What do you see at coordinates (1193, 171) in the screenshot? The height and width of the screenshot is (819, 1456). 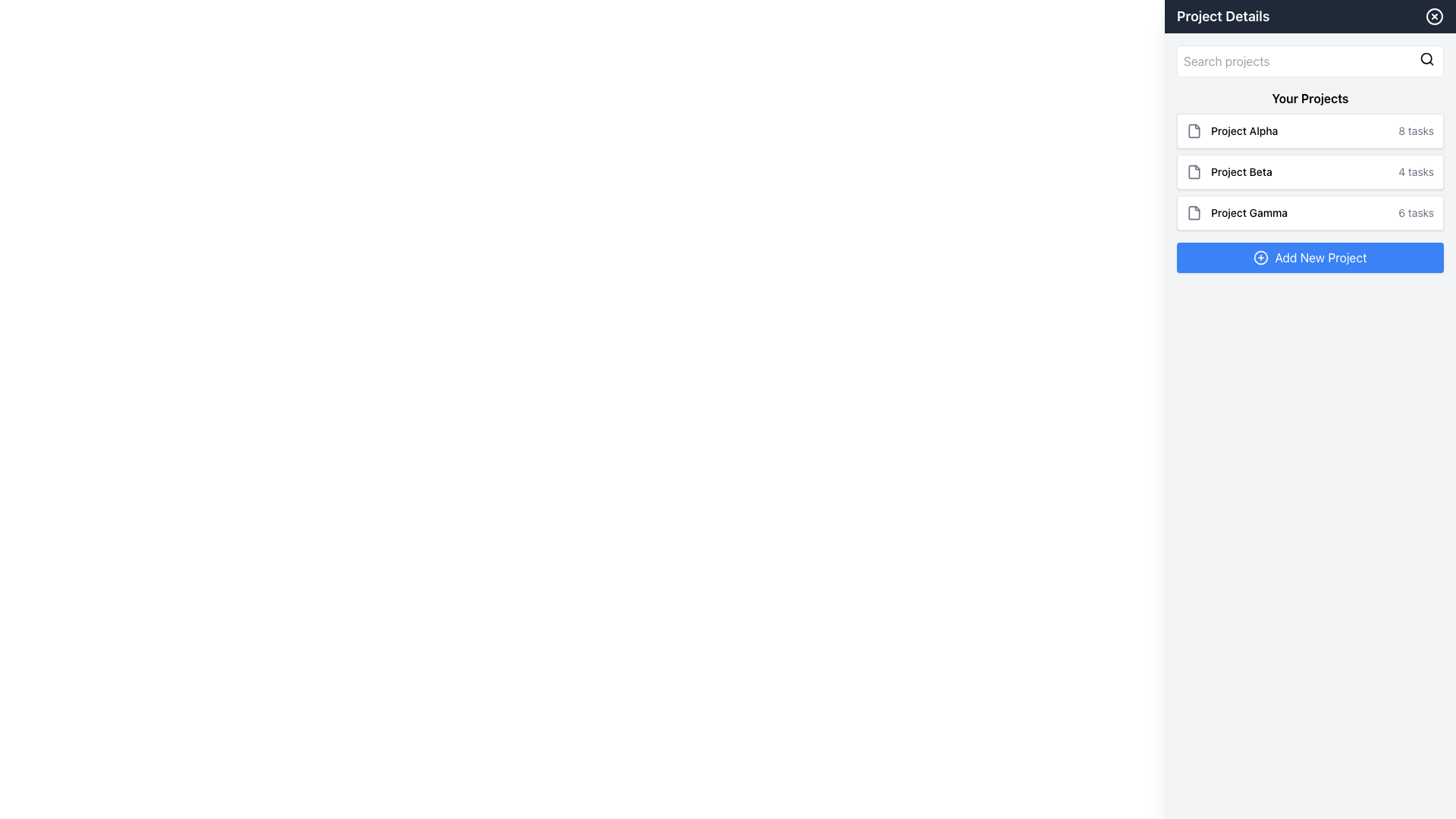 I see `the icon representing 'Project Beta' in the right-side panel labeled 'Project Details', which is the second entry in the project list` at bounding box center [1193, 171].